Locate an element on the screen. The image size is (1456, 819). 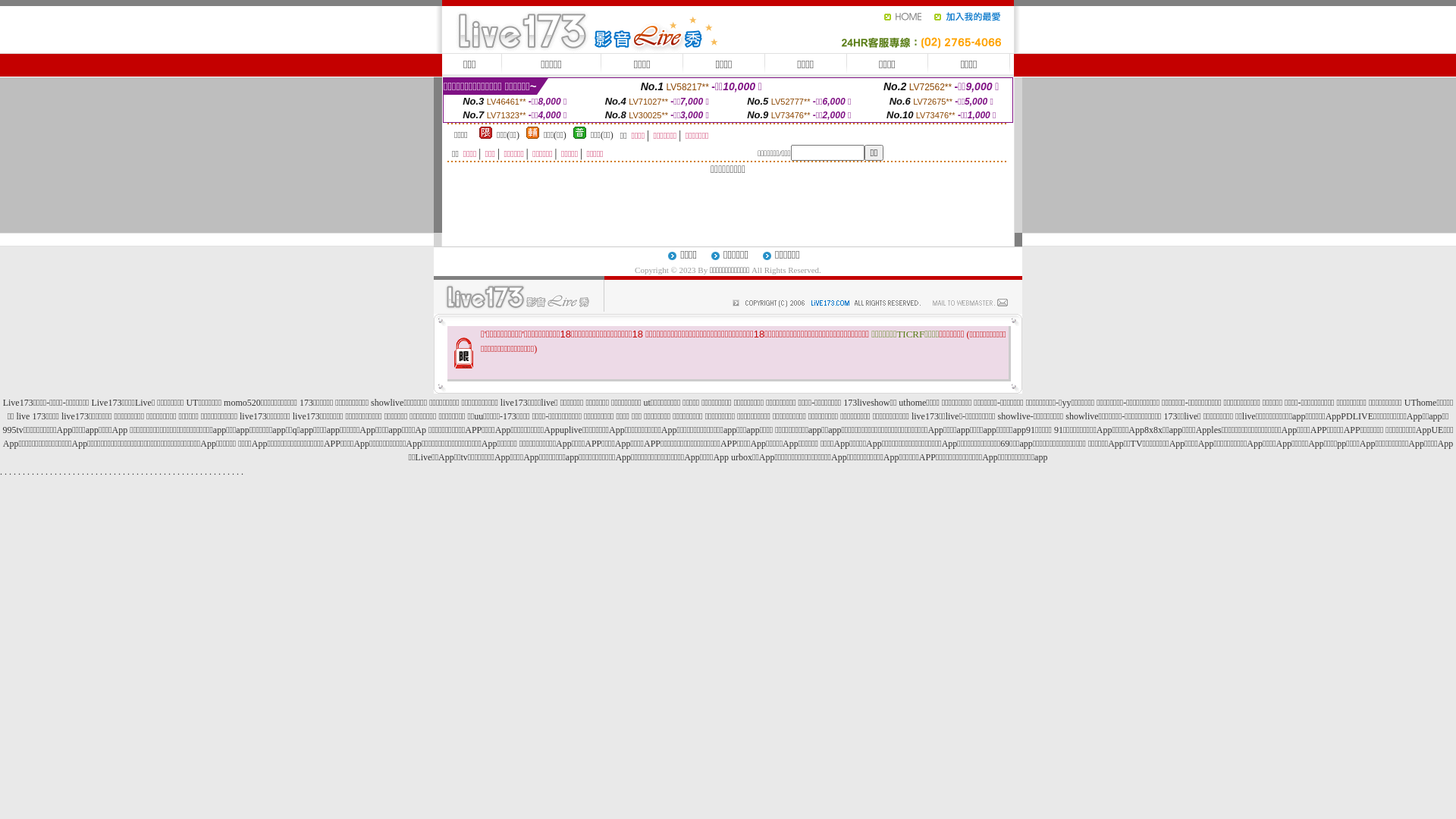
'.' is located at coordinates (109, 470).